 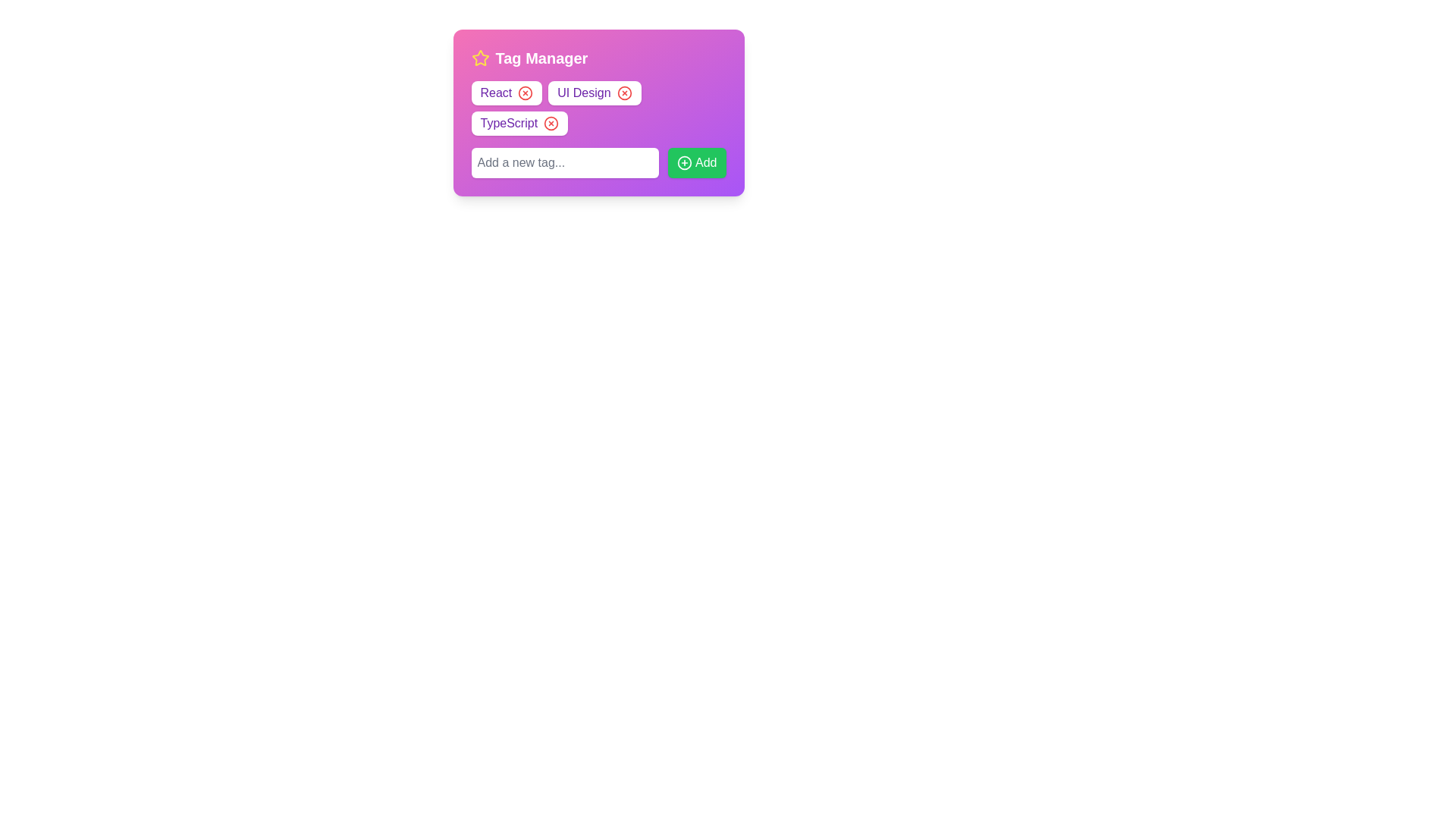 What do you see at coordinates (594, 93) in the screenshot?
I see `the close icon on the 'UI Design' tag` at bounding box center [594, 93].